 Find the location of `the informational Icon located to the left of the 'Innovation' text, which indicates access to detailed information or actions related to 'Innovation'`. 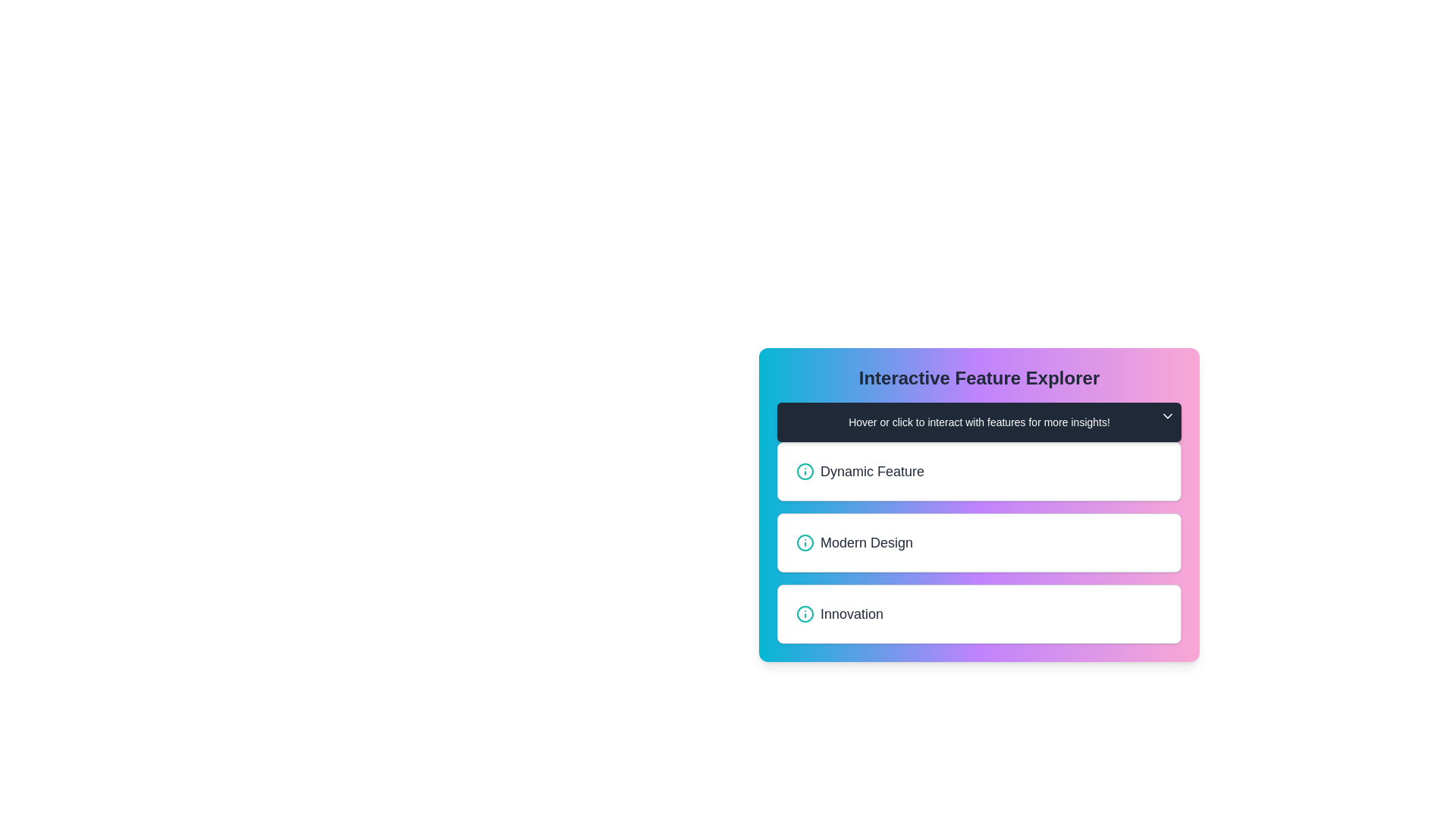

the informational Icon located to the left of the 'Innovation' text, which indicates access to detailed information or actions related to 'Innovation' is located at coordinates (804, 614).